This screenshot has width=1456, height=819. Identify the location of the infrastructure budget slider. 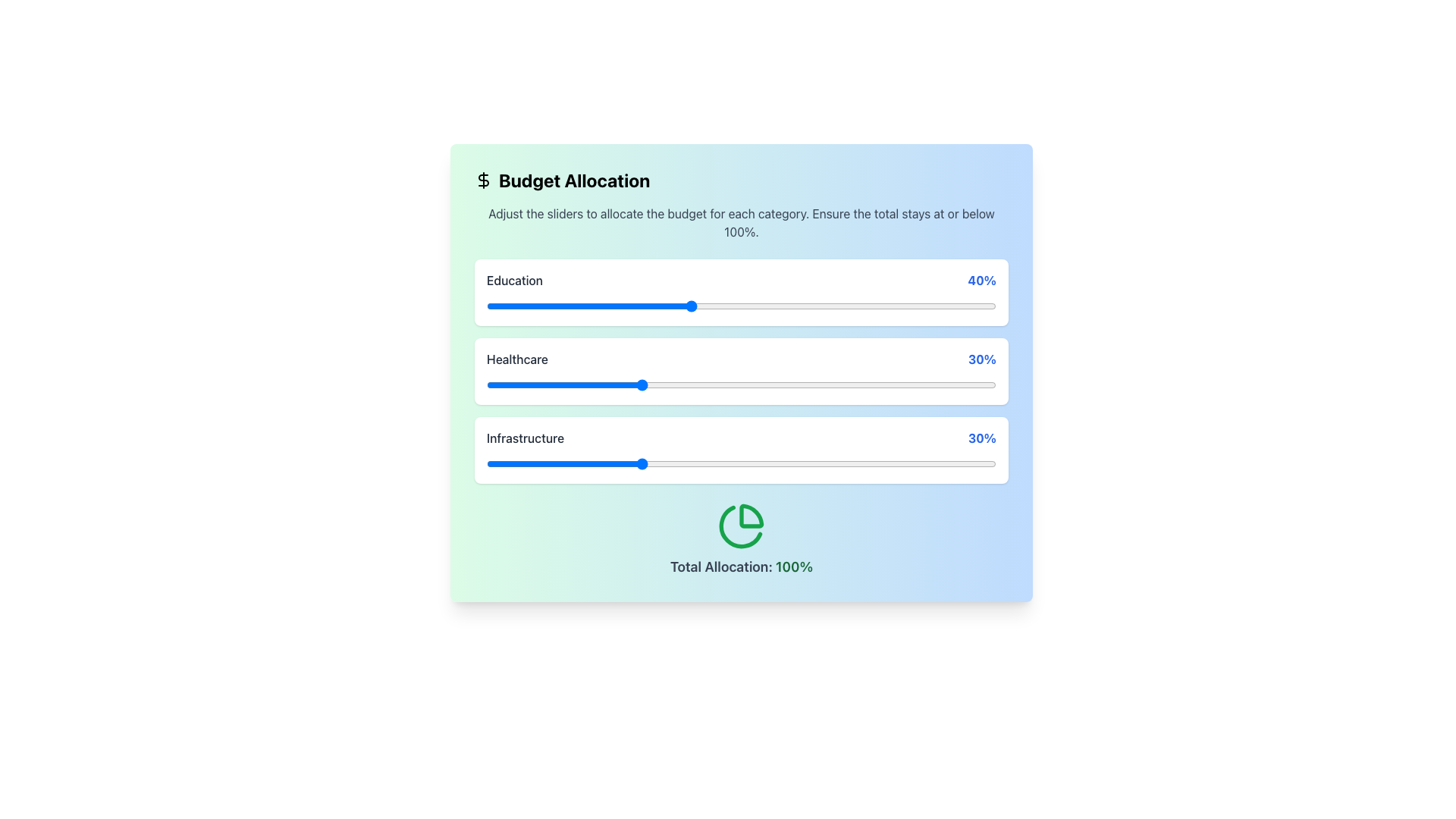
(639, 463).